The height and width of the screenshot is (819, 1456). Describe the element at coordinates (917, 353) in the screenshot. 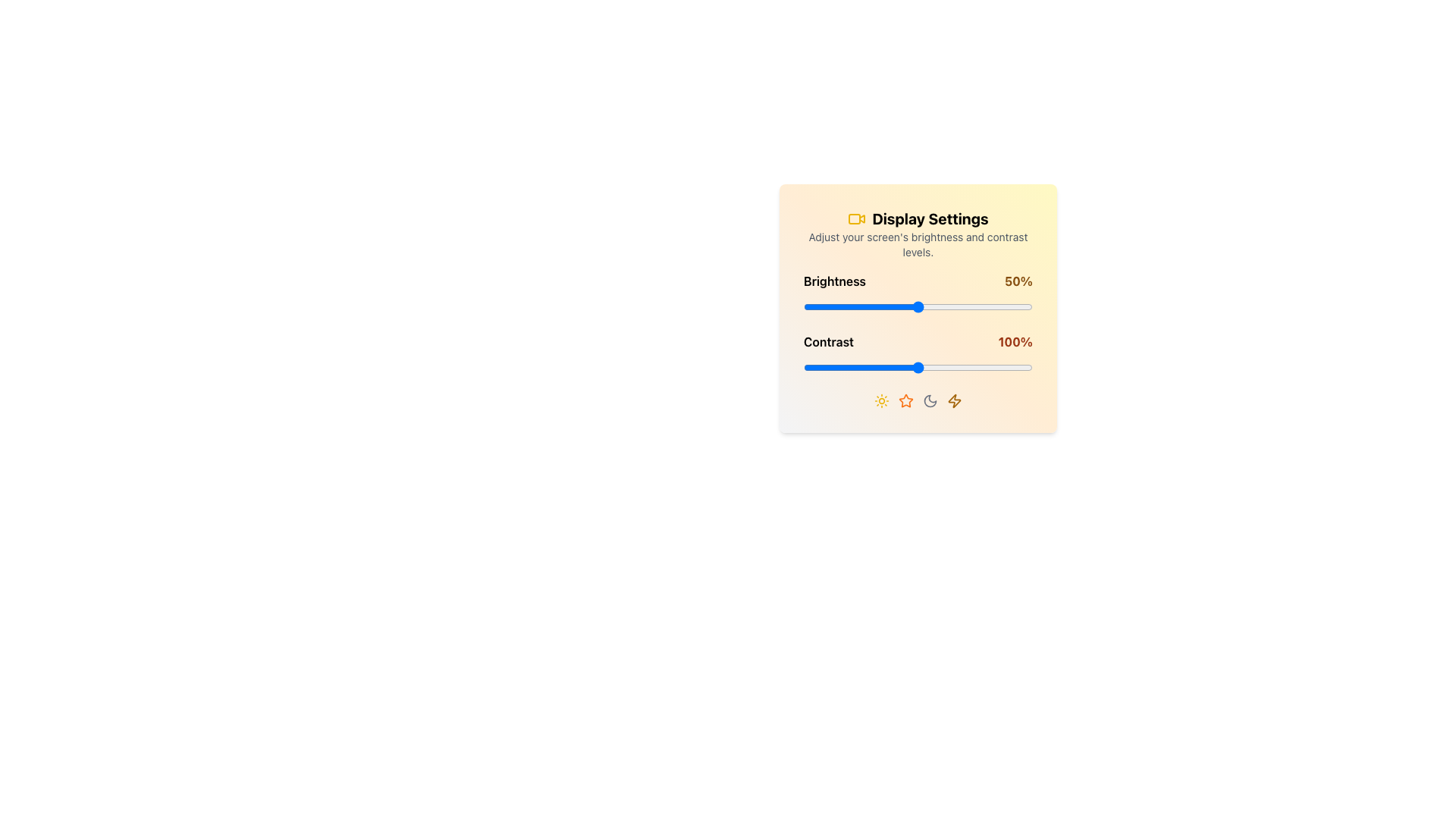

I see `the 'Contrast 100%' label, which is styled with bold font and indicates the contrast level in the 'Display Settings' panel` at that location.